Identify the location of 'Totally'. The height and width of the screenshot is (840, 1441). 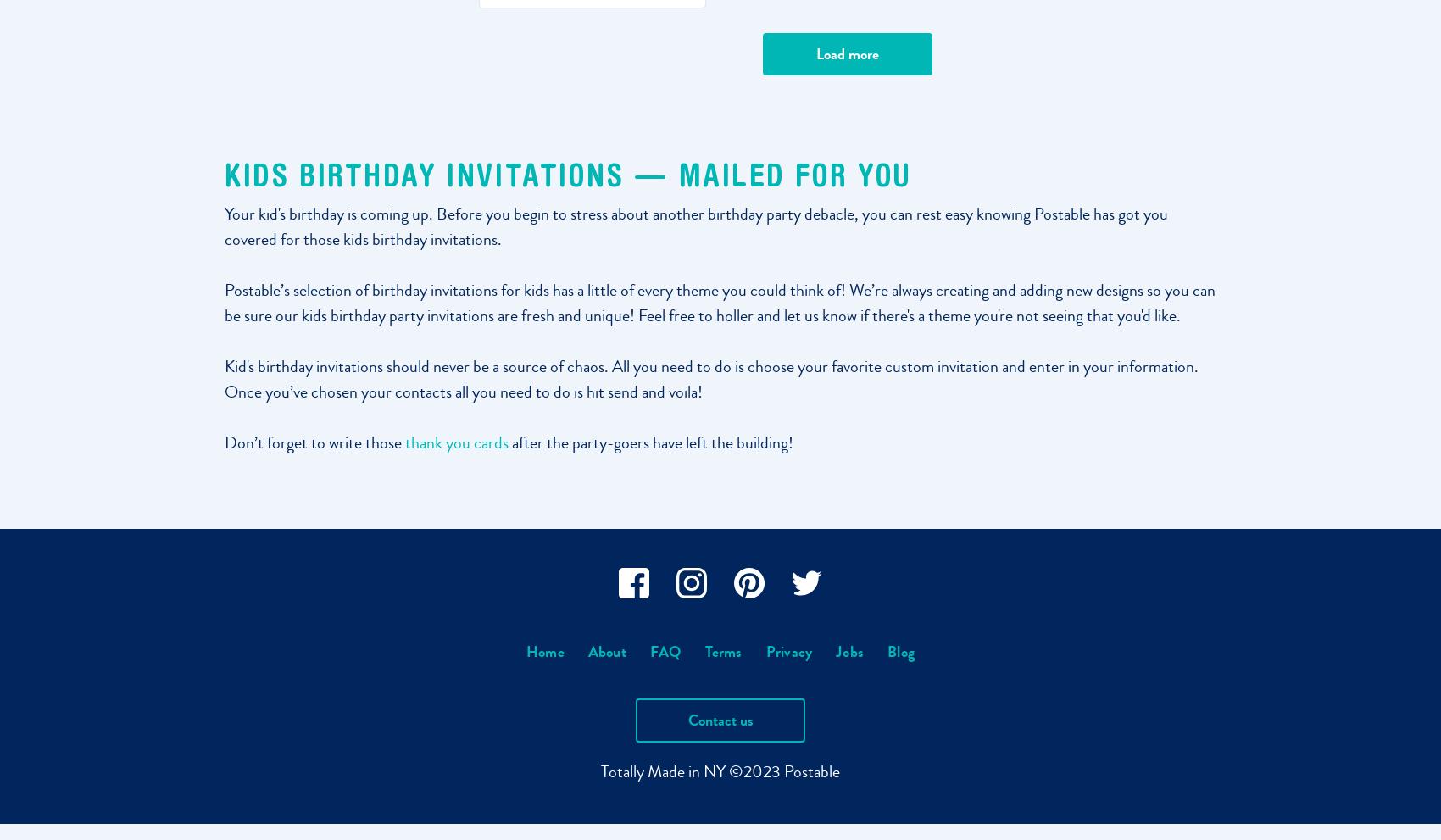
(601, 770).